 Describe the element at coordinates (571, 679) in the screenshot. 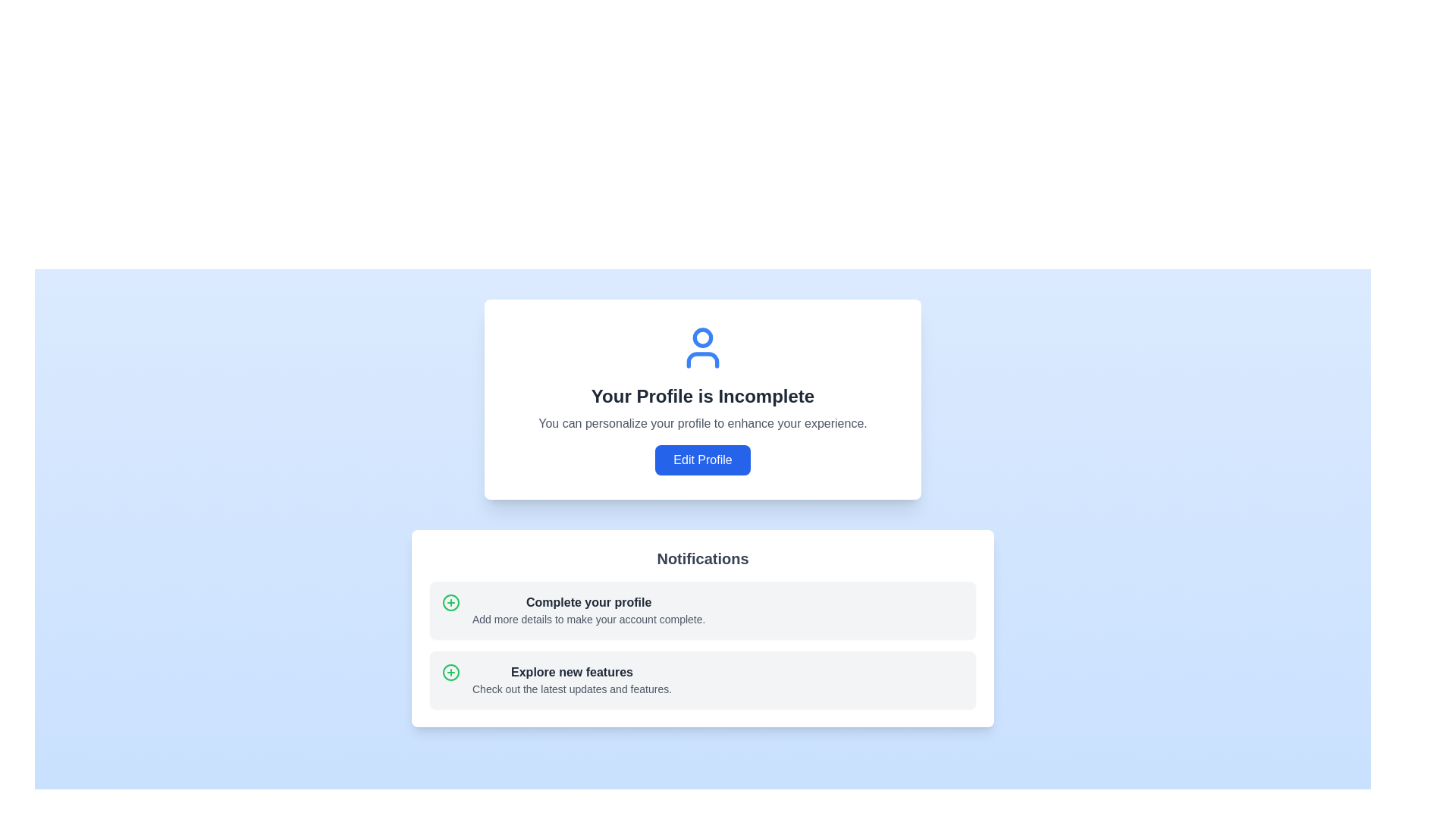

I see `the informational Text Display that conveys details about new features, located within the lower notification card, to the right of the green circular '+' icon` at that location.